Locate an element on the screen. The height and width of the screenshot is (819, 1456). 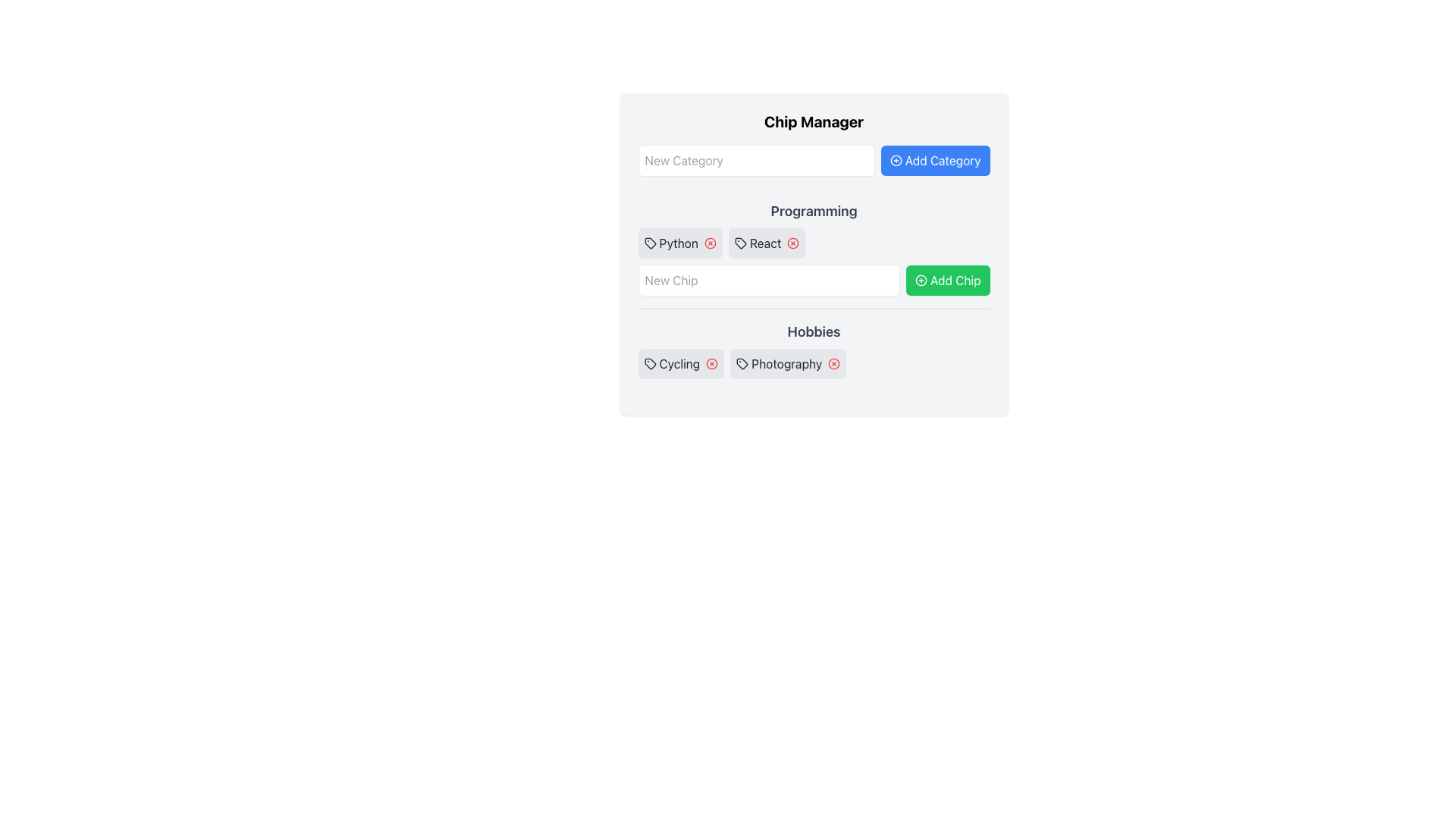
the tag icon in the 'Hobbies' section, specifically part of the 'Photography' chip, which is a polygonal shape with a circular dot, located to the left of the text 'Photography' is located at coordinates (742, 363).